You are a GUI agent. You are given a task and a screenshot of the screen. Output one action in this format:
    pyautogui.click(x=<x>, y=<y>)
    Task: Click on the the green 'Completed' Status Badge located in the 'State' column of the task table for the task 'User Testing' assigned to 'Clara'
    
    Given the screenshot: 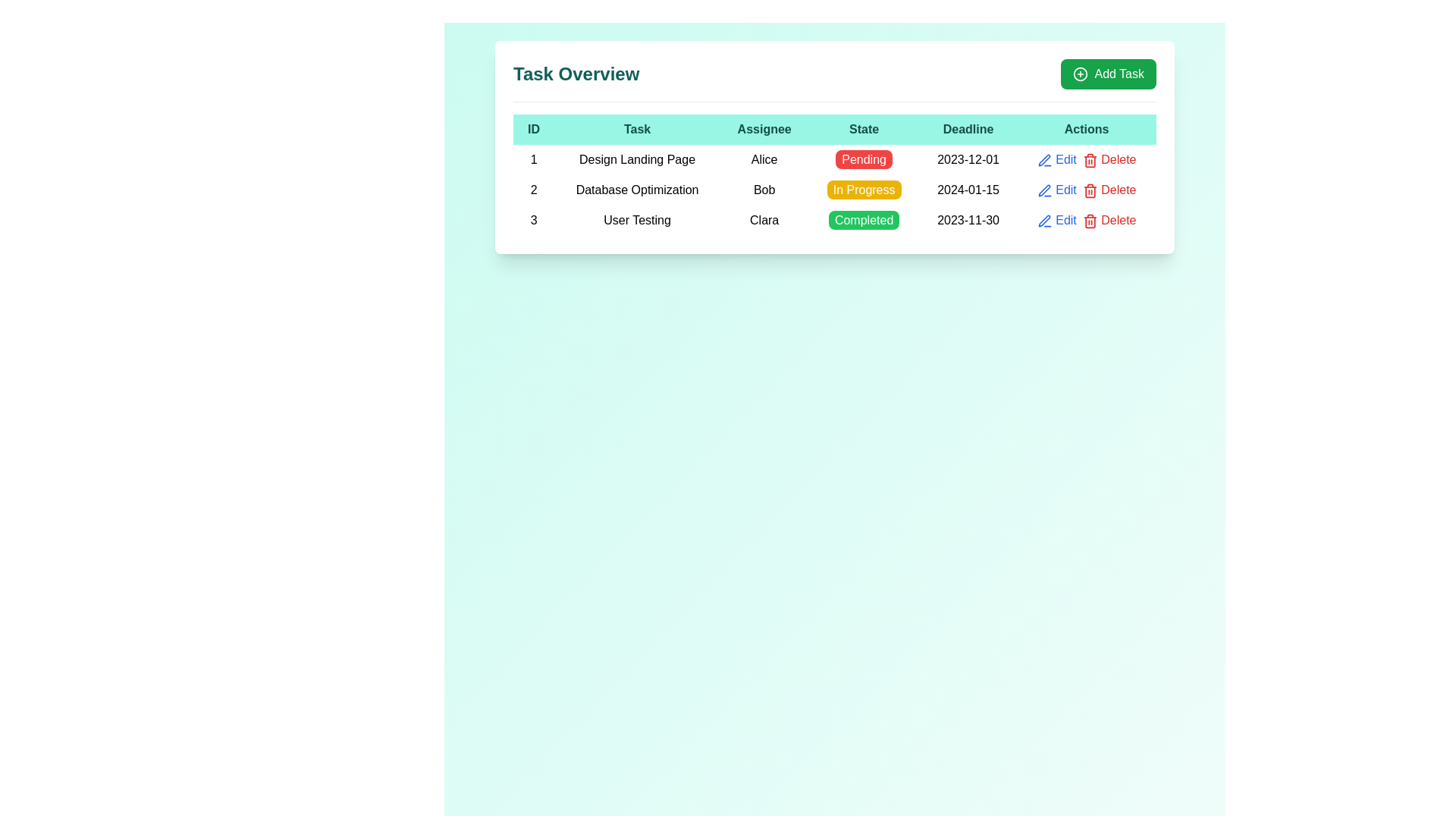 What is the action you would take?
    pyautogui.click(x=864, y=220)
    